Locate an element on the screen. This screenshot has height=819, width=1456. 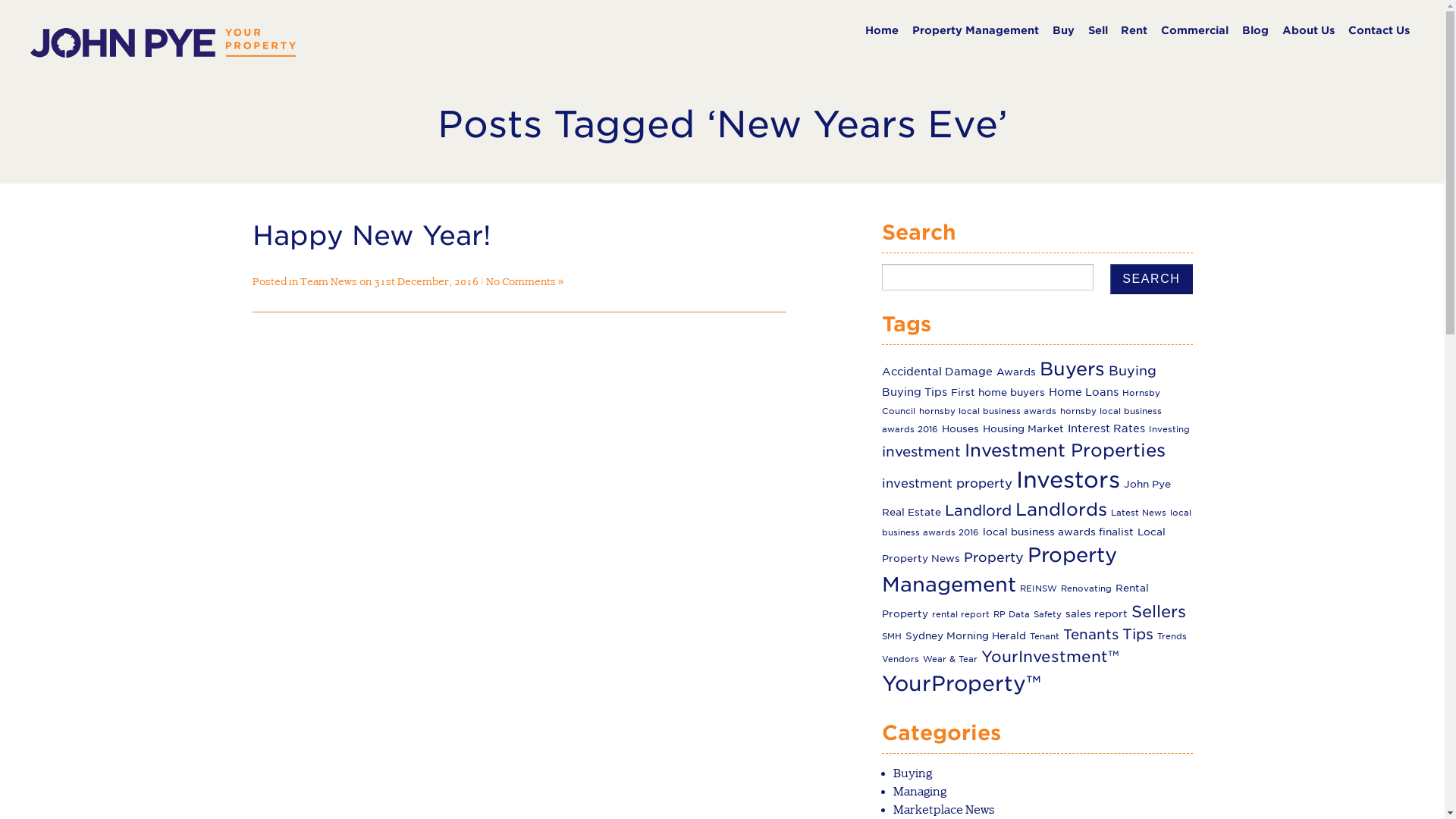
'Tips' is located at coordinates (1137, 634).